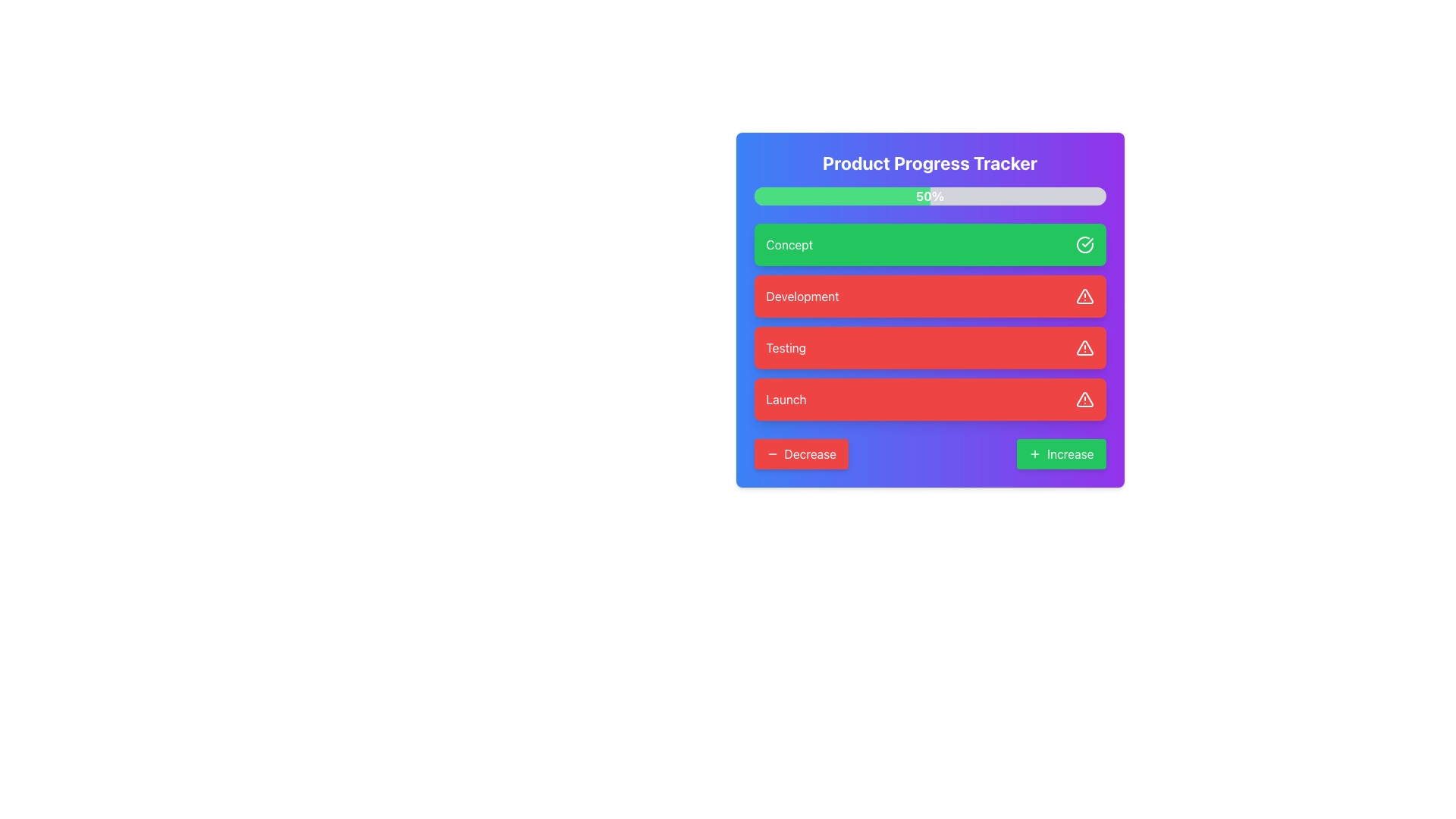 The width and height of the screenshot is (1456, 819). Describe the element at coordinates (841, 195) in the screenshot. I see `the leftmost segment of the progress bar that visually indicates a 50% completion level, located at the top center area of the layout` at that location.